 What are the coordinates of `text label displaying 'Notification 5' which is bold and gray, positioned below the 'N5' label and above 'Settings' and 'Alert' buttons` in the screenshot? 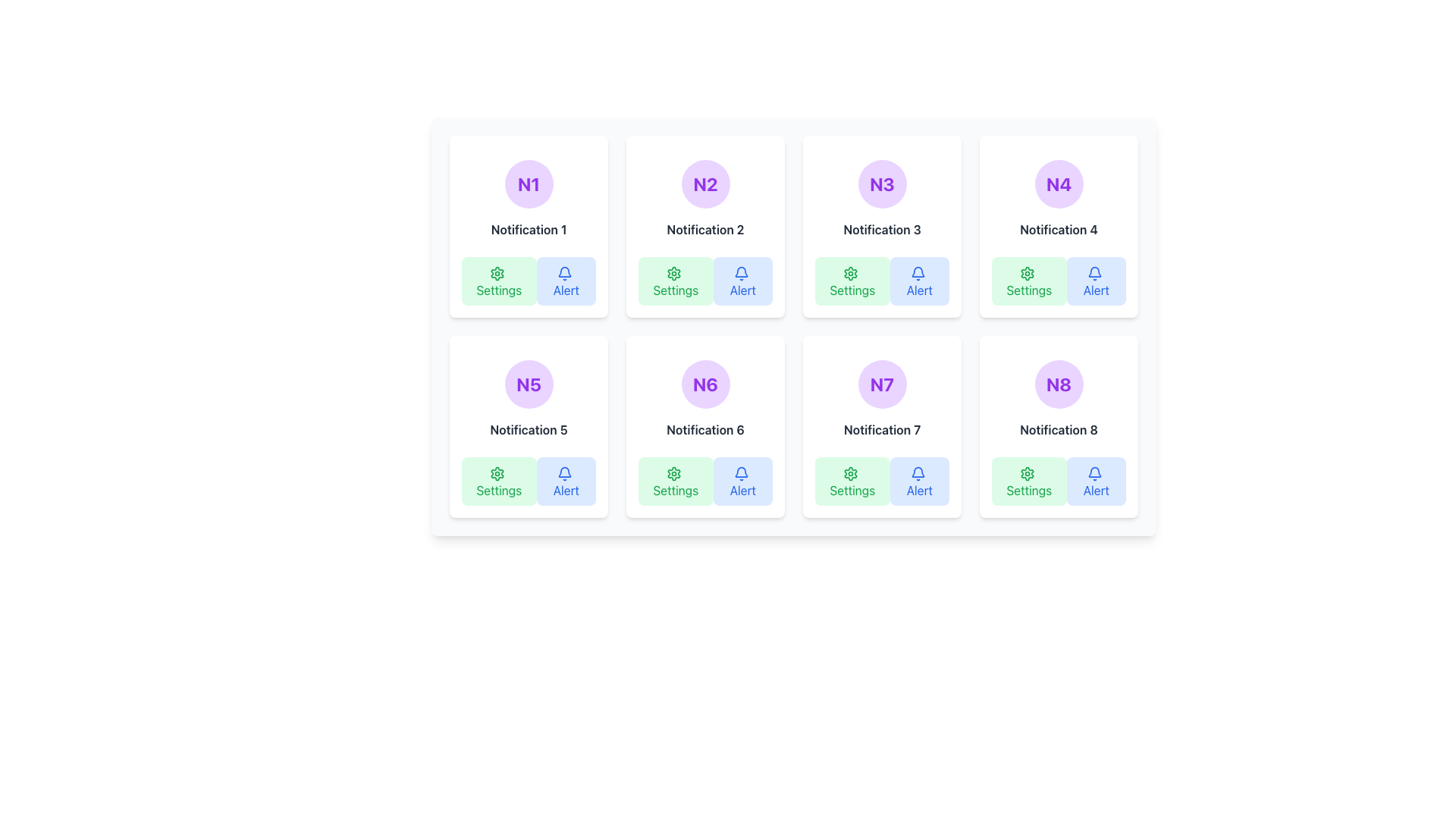 It's located at (529, 430).